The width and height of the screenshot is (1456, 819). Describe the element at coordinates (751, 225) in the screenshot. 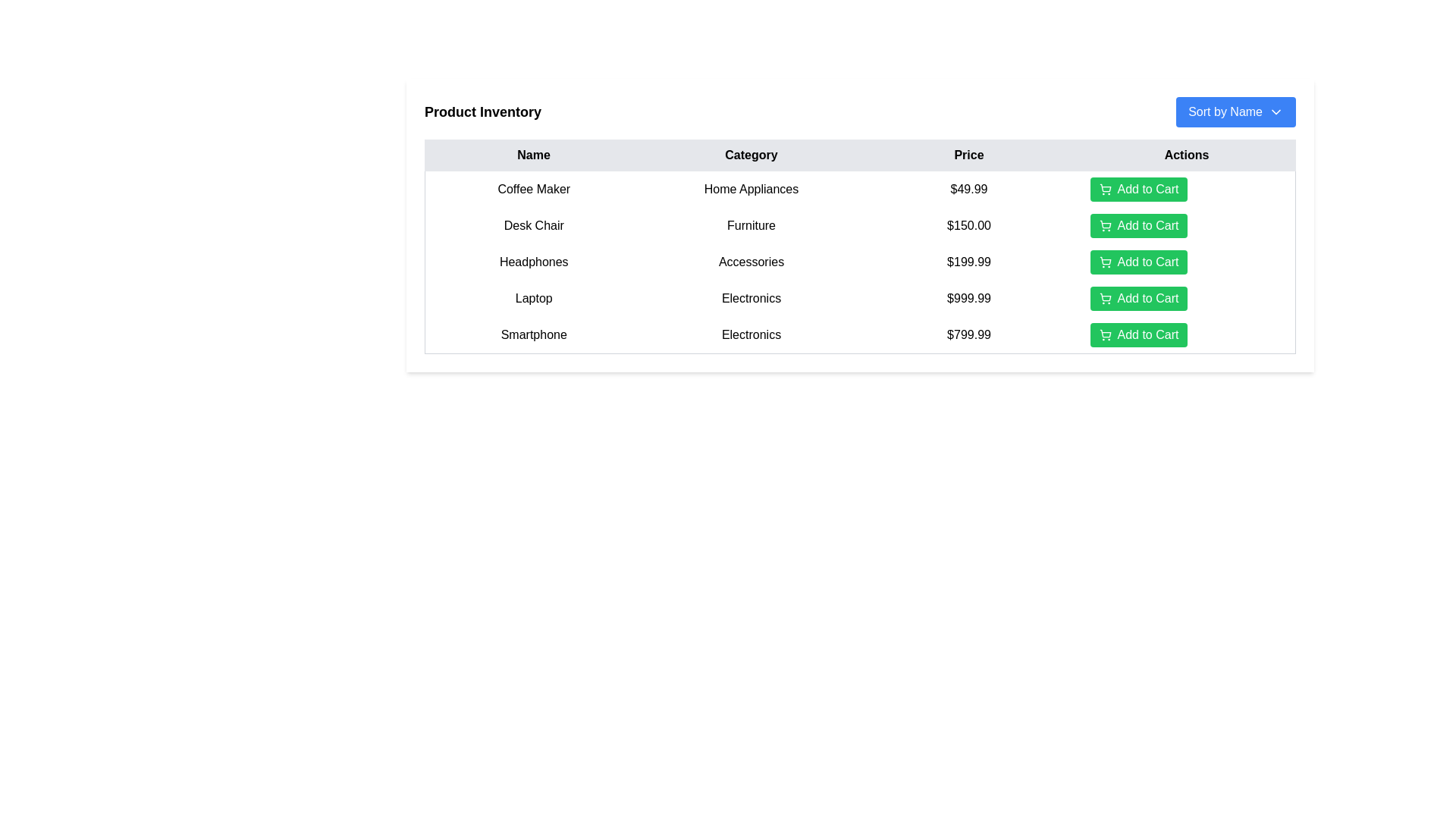

I see `the 'Furniture' label in the second row of the table under the 'Category' column` at that location.